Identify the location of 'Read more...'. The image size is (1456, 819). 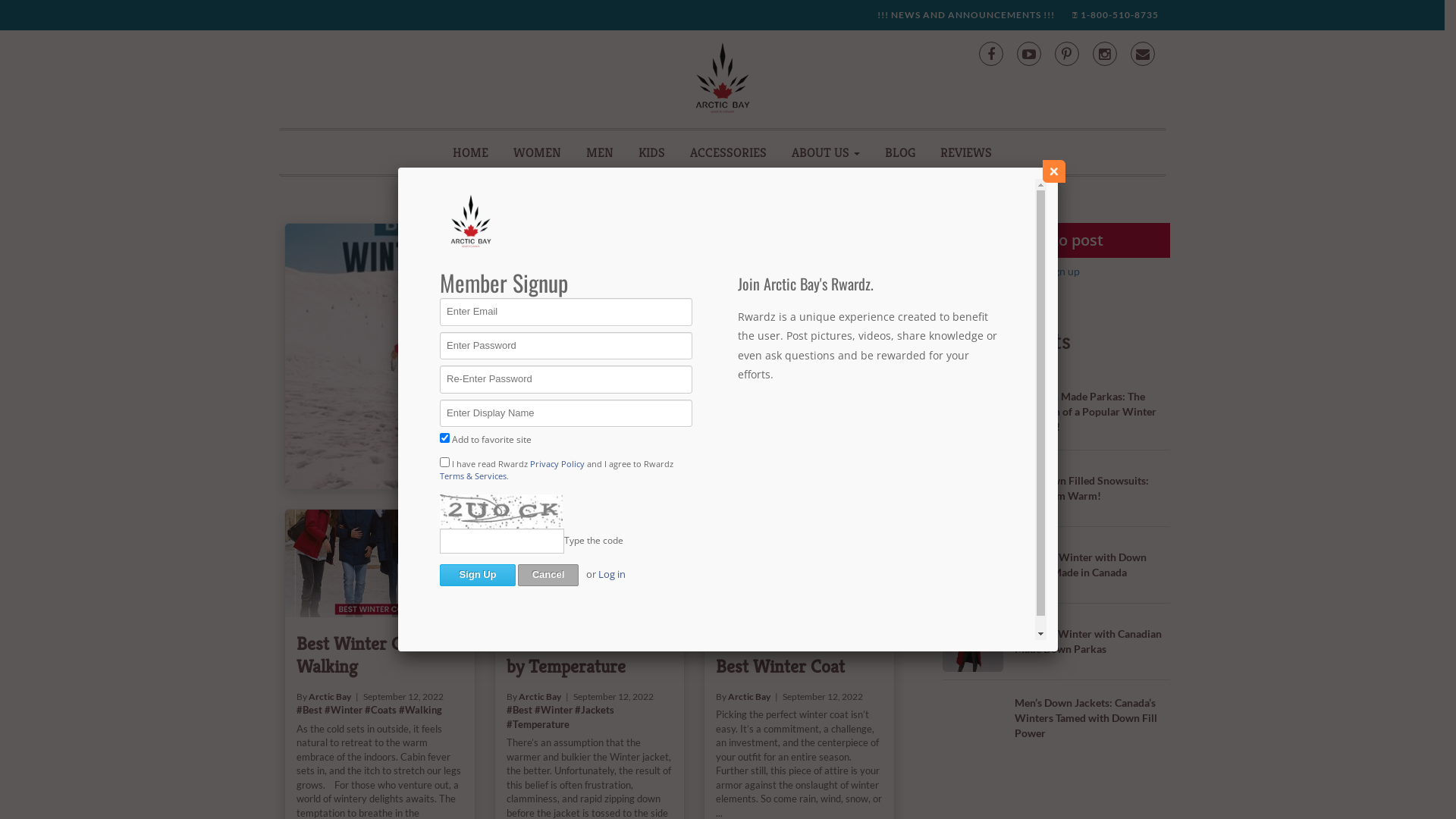
(670, 388).